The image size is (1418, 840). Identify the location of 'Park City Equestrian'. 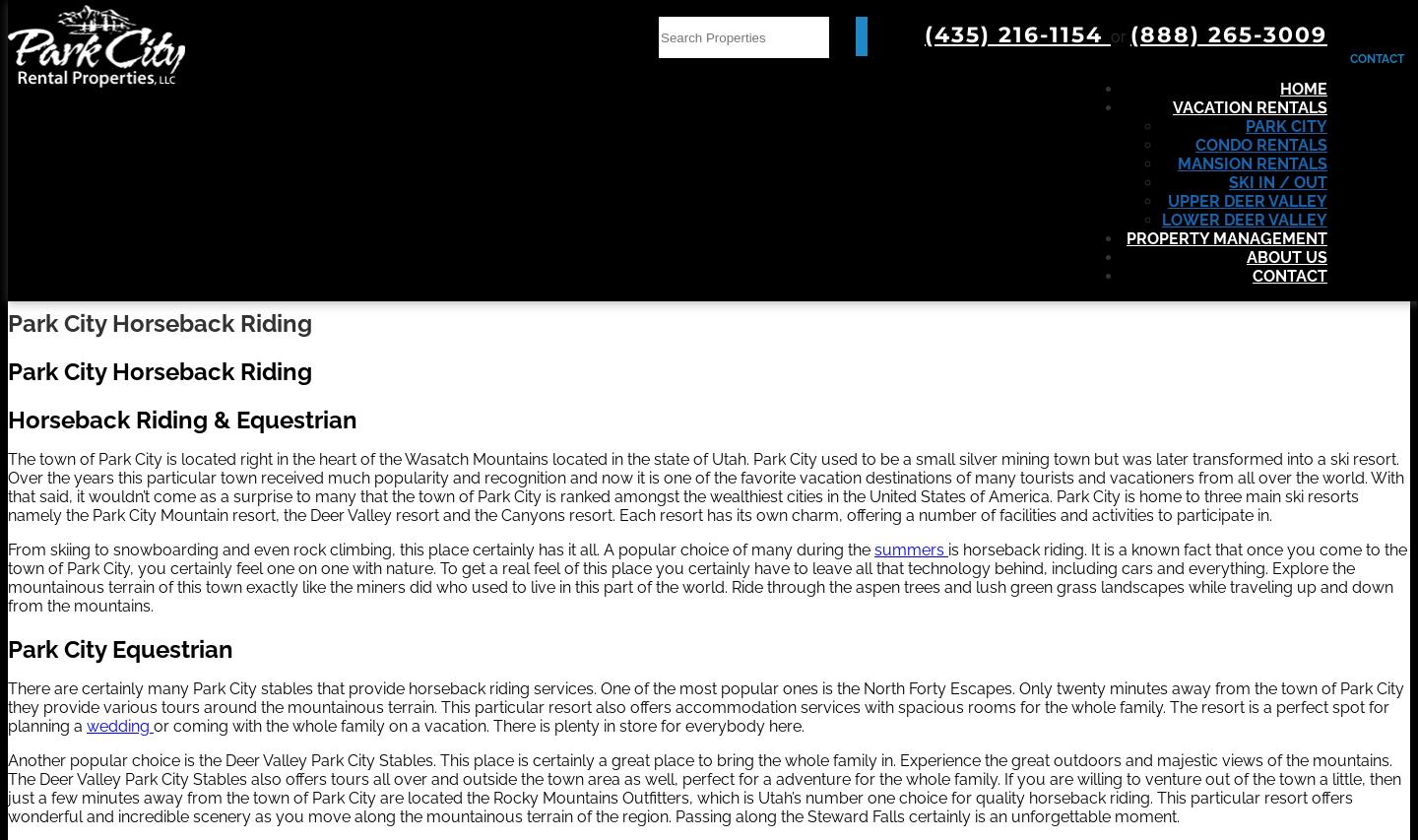
(119, 647).